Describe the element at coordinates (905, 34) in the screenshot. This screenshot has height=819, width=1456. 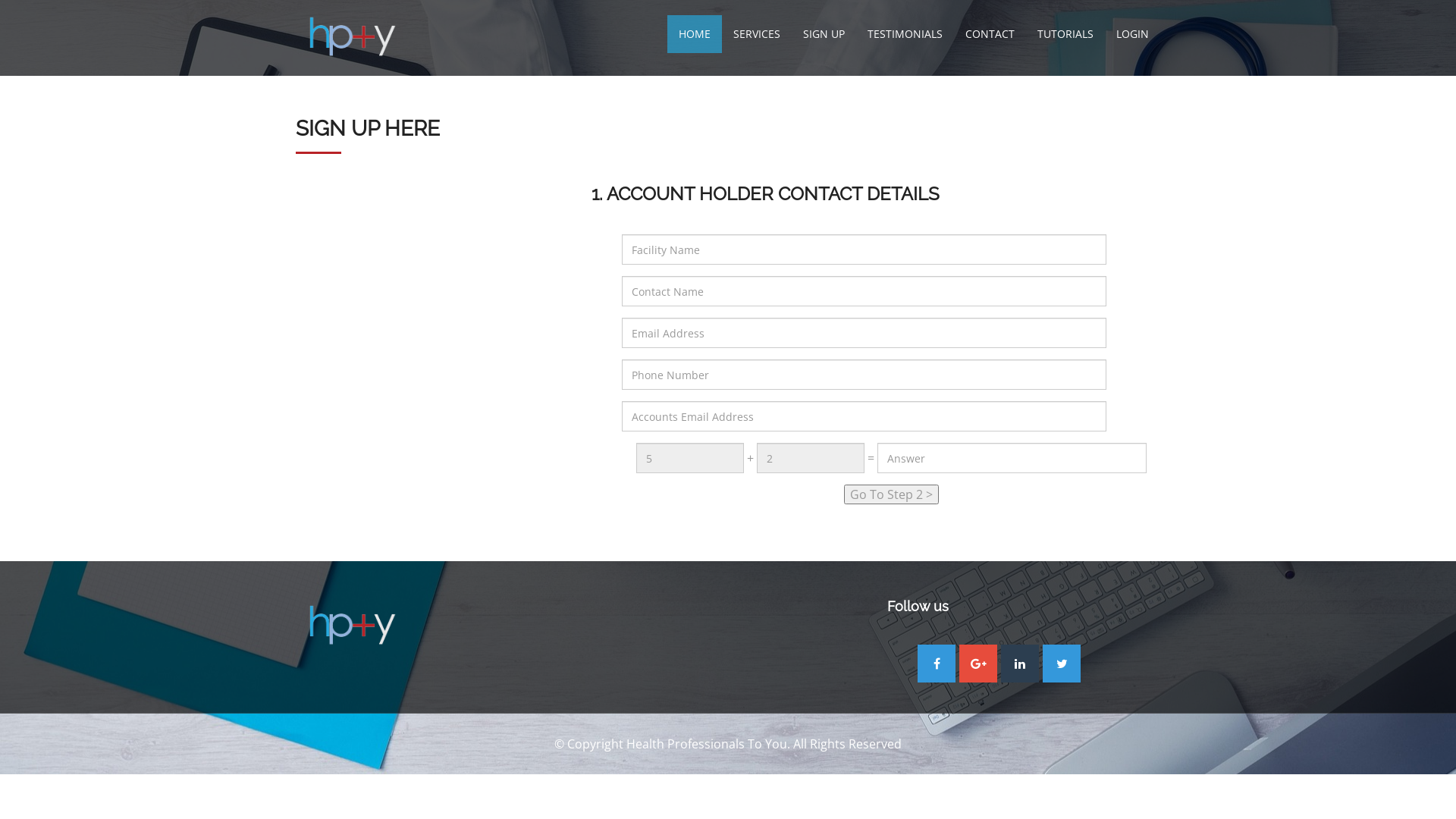
I see `'TESTIMONIALS'` at that location.